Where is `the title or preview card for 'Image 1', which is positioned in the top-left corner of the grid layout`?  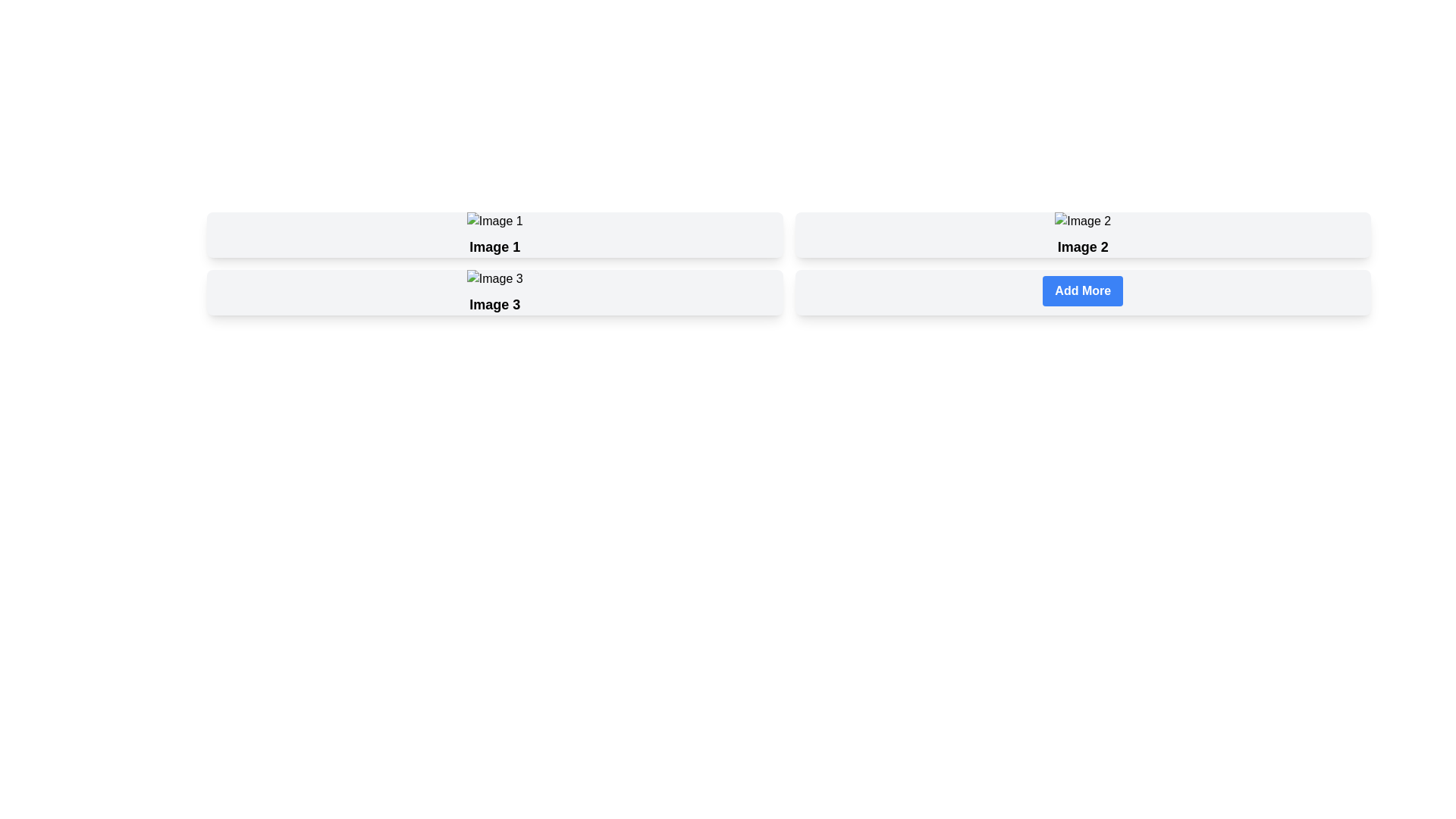
the title or preview card for 'Image 1', which is positioned in the top-left corner of the grid layout is located at coordinates (494, 234).